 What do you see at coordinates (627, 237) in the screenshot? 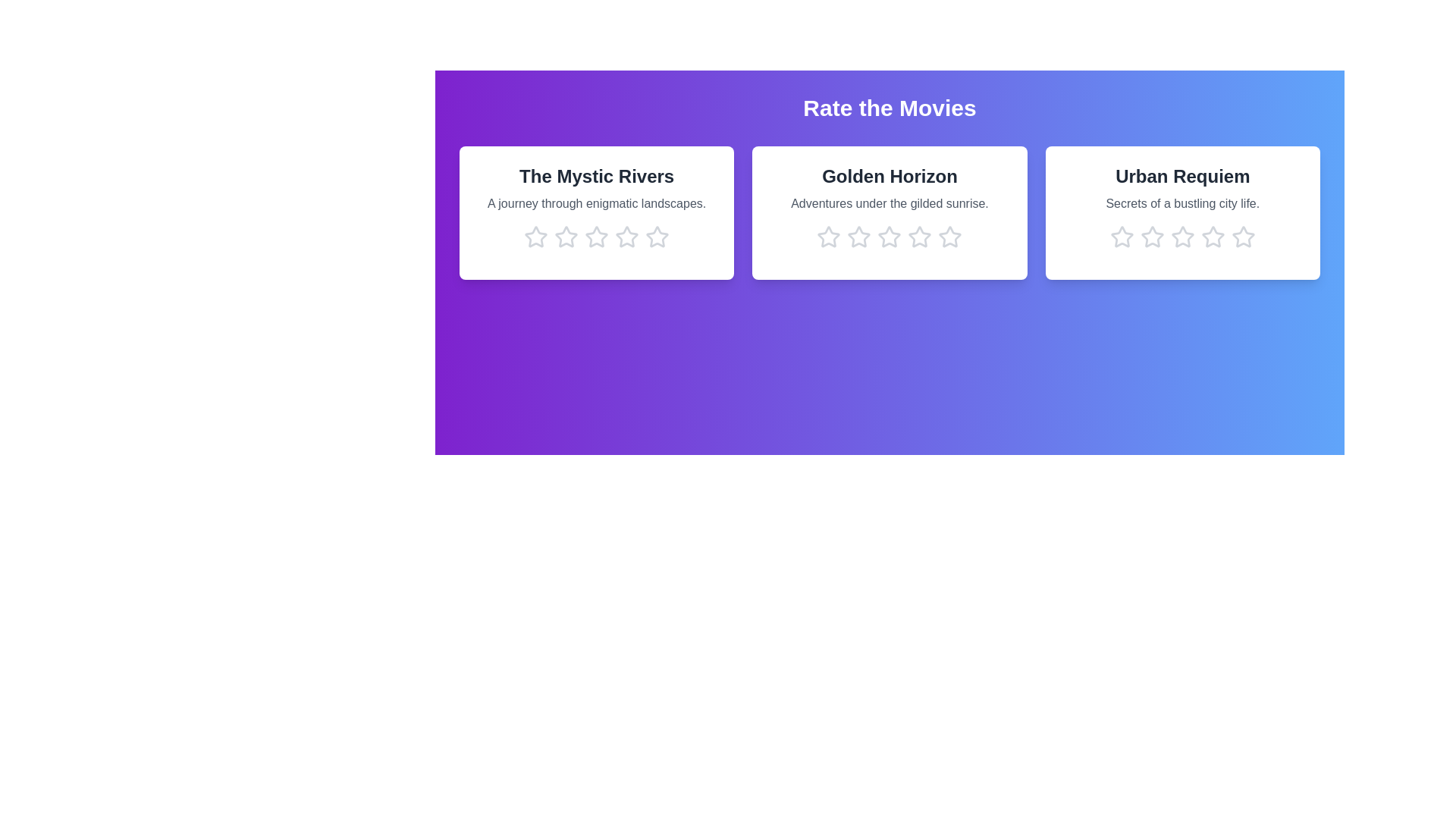
I see `the star corresponding to 4 stars in the movie card titled 'The Mystic Rivers'` at bounding box center [627, 237].